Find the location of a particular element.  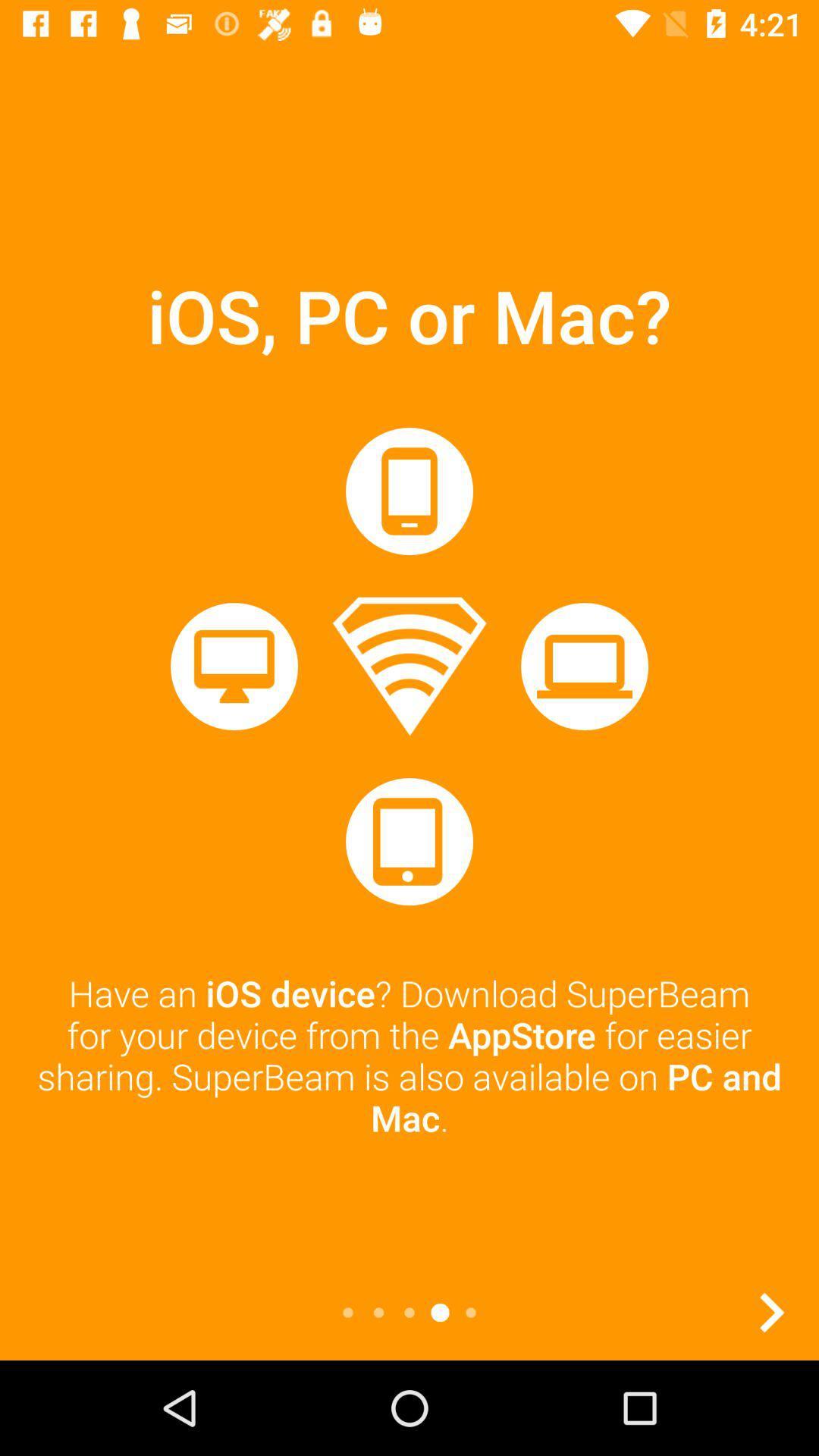

go forward is located at coordinates (771, 1312).